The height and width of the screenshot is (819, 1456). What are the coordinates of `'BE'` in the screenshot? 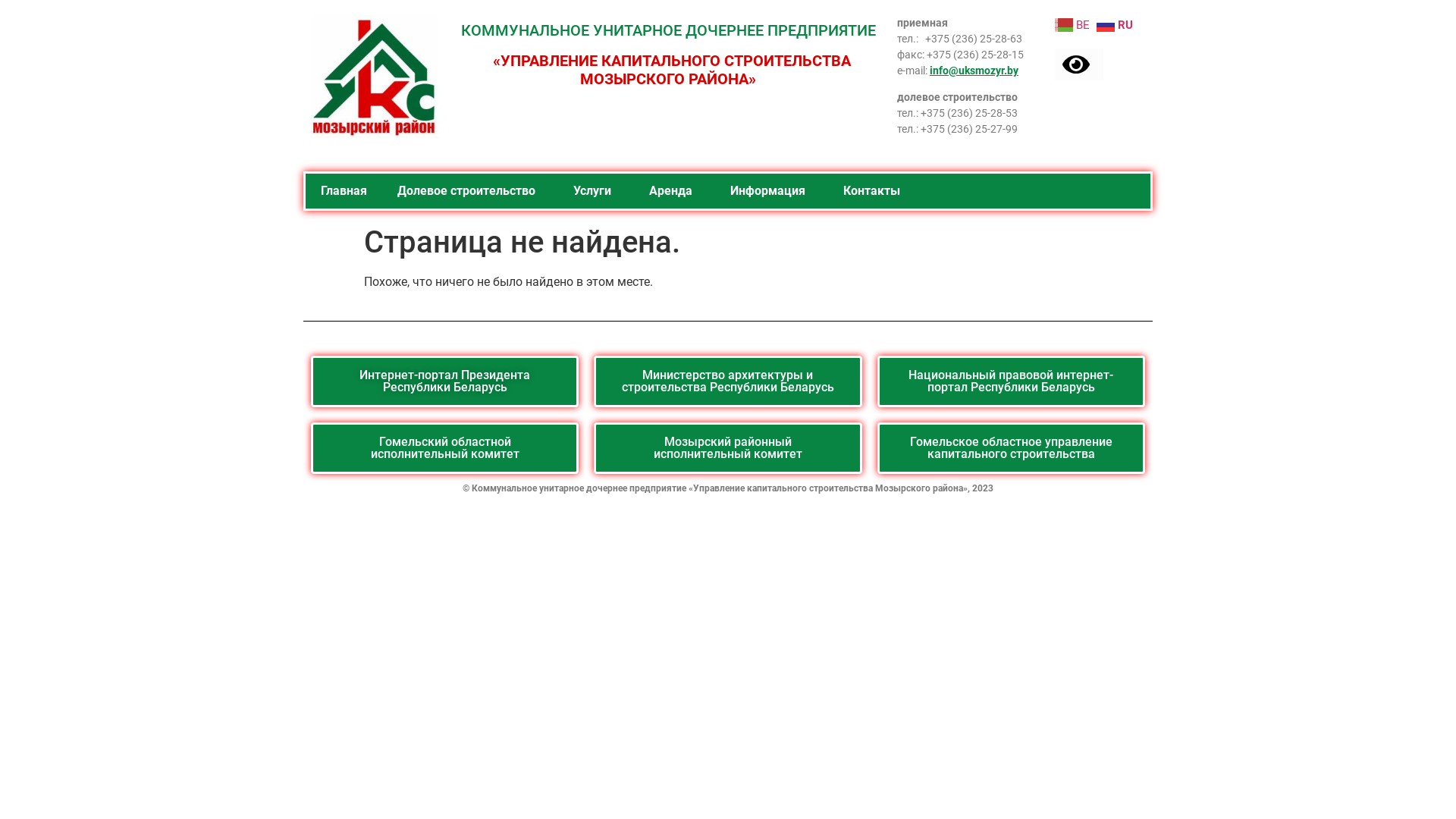 It's located at (1073, 24).